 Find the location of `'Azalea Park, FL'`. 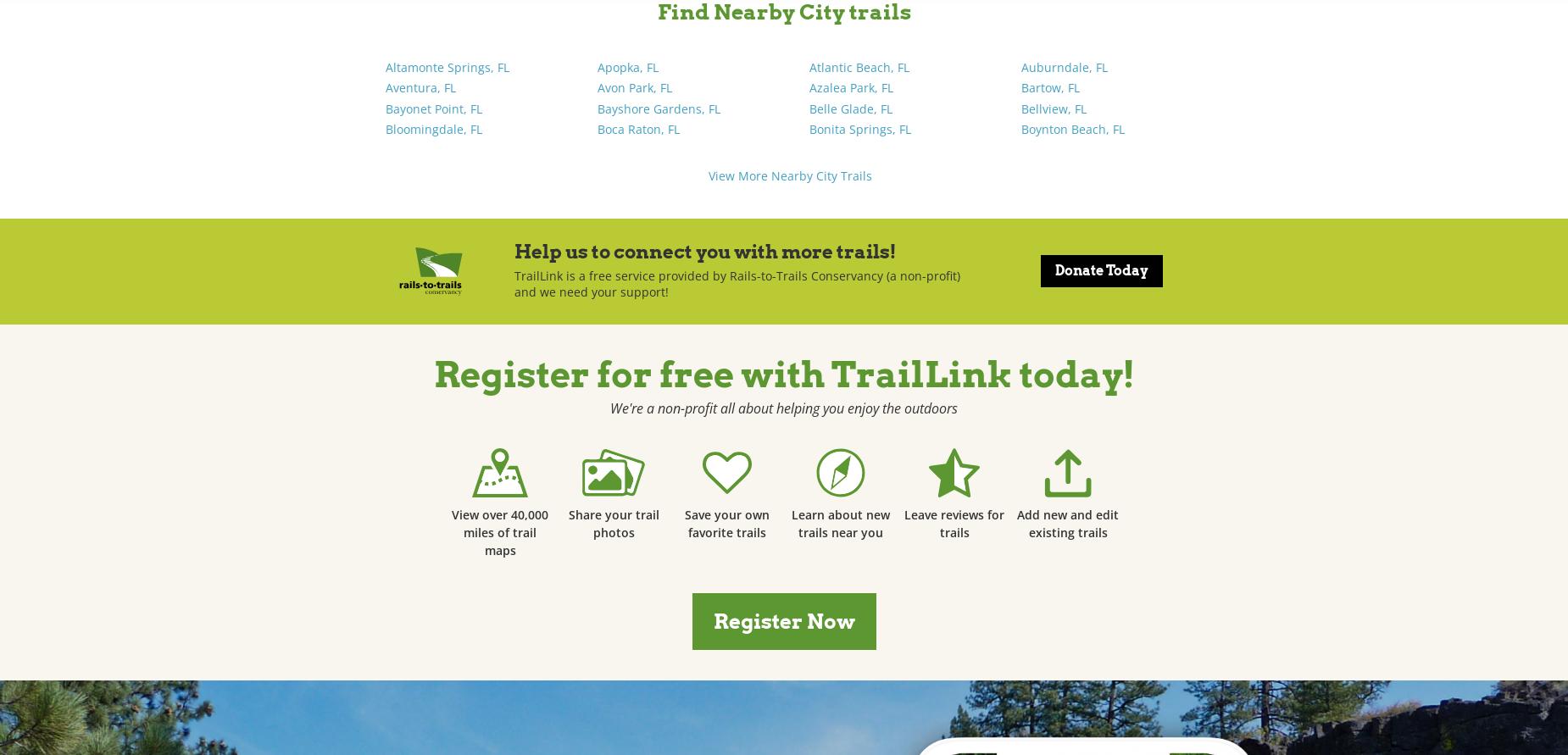

'Azalea Park, FL' is located at coordinates (850, 86).